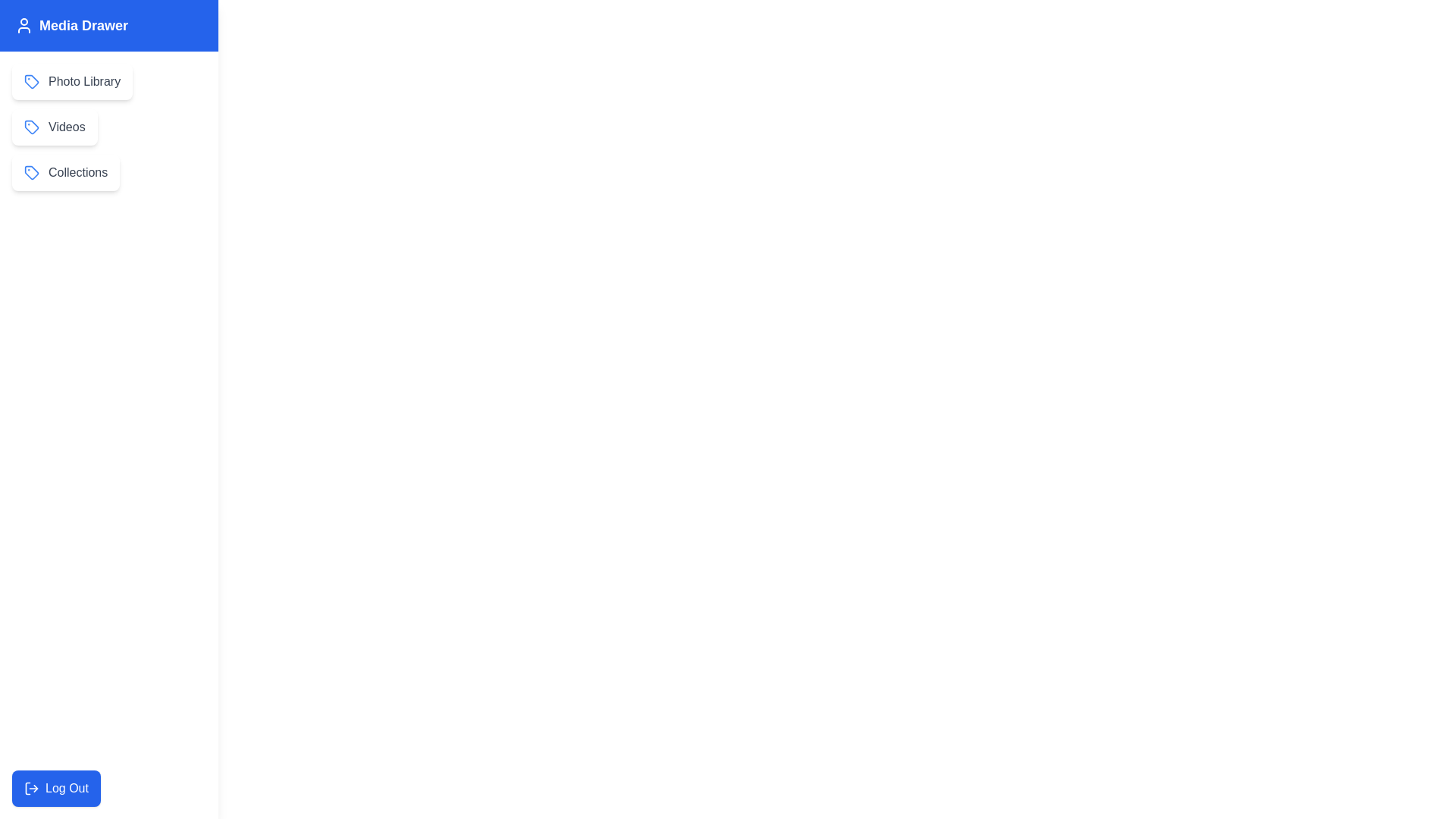 This screenshot has width=1456, height=819. Describe the element at coordinates (55, 788) in the screenshot. I see `'Log Out' button to log out` at that location.